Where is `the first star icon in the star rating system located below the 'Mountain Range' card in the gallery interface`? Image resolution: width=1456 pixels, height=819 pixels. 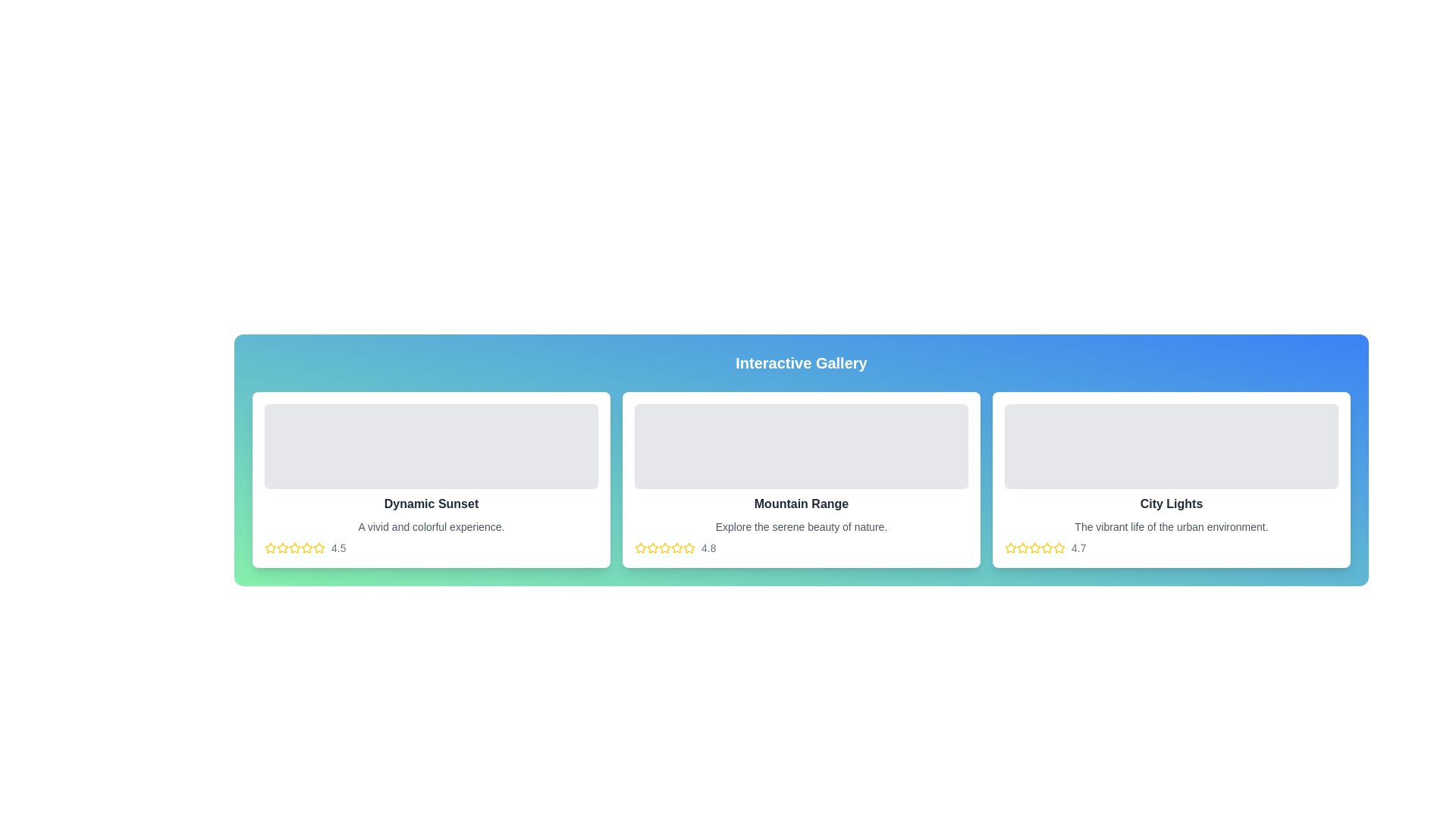 the first star icon in the star rating system located below the 'Mountain Range' card in the gallery interface is located at coordinates (640, 548).